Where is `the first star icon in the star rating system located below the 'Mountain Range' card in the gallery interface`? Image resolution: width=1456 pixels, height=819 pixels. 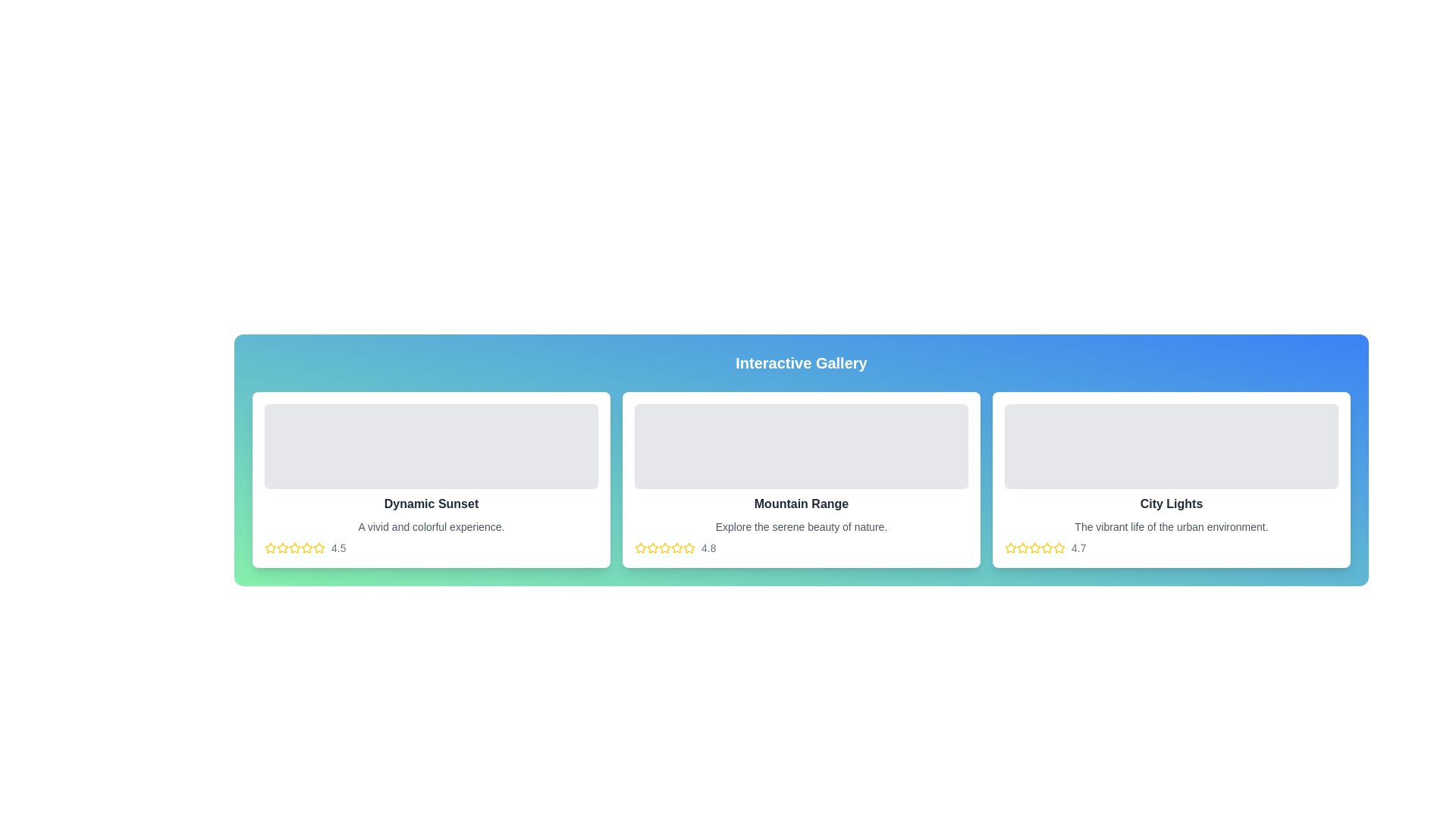 the first star icon in the star rating system located below the 'Mountain Range' card in the gallery interface is located at coordinates (640, 548).